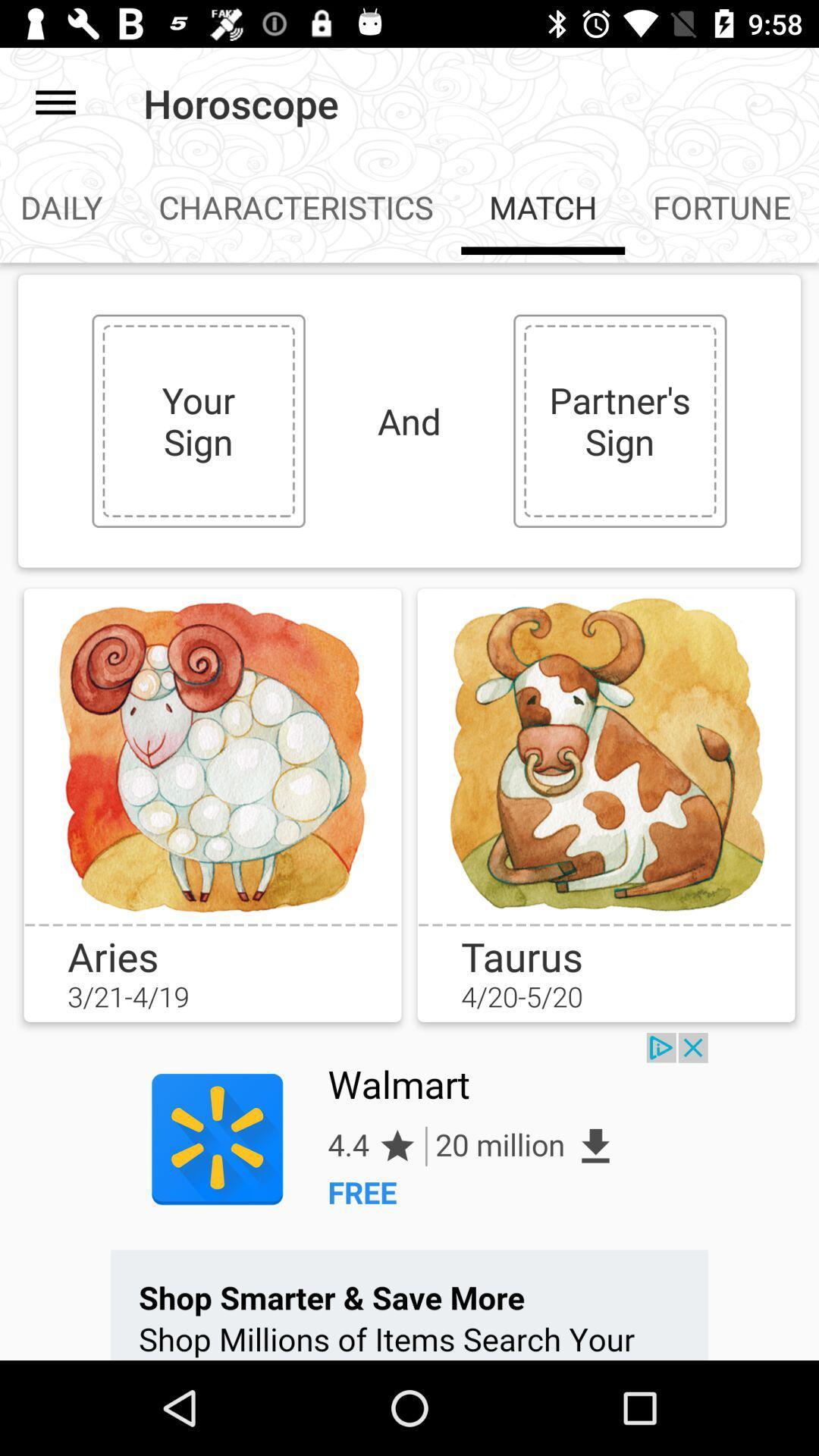  What do you see at coordinates (605, 755) in the screenshot?
I see `image to box` at bounding box center [605, 755].